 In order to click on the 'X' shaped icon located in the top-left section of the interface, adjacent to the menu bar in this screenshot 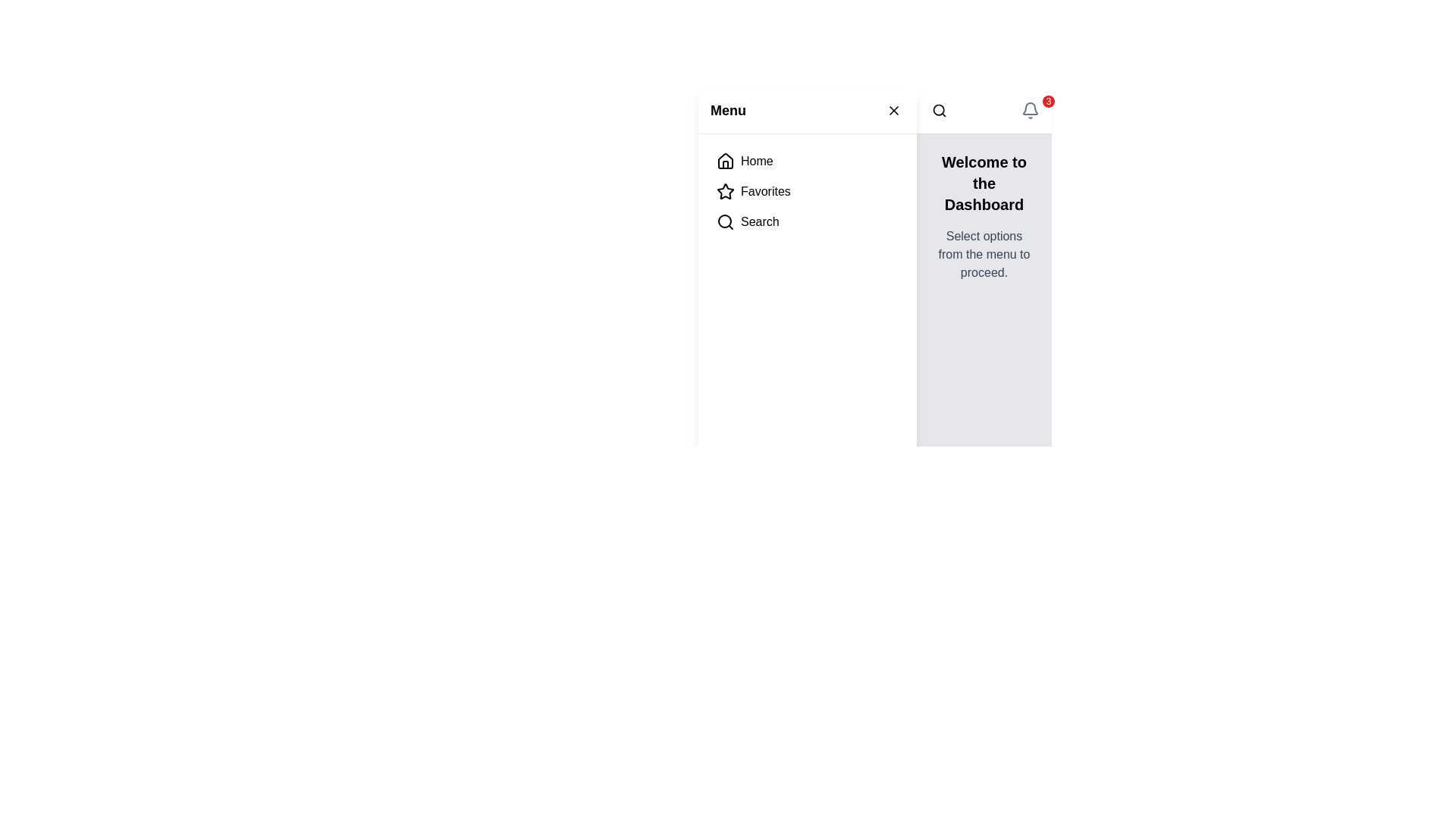, I will do `click(894, 110)`.